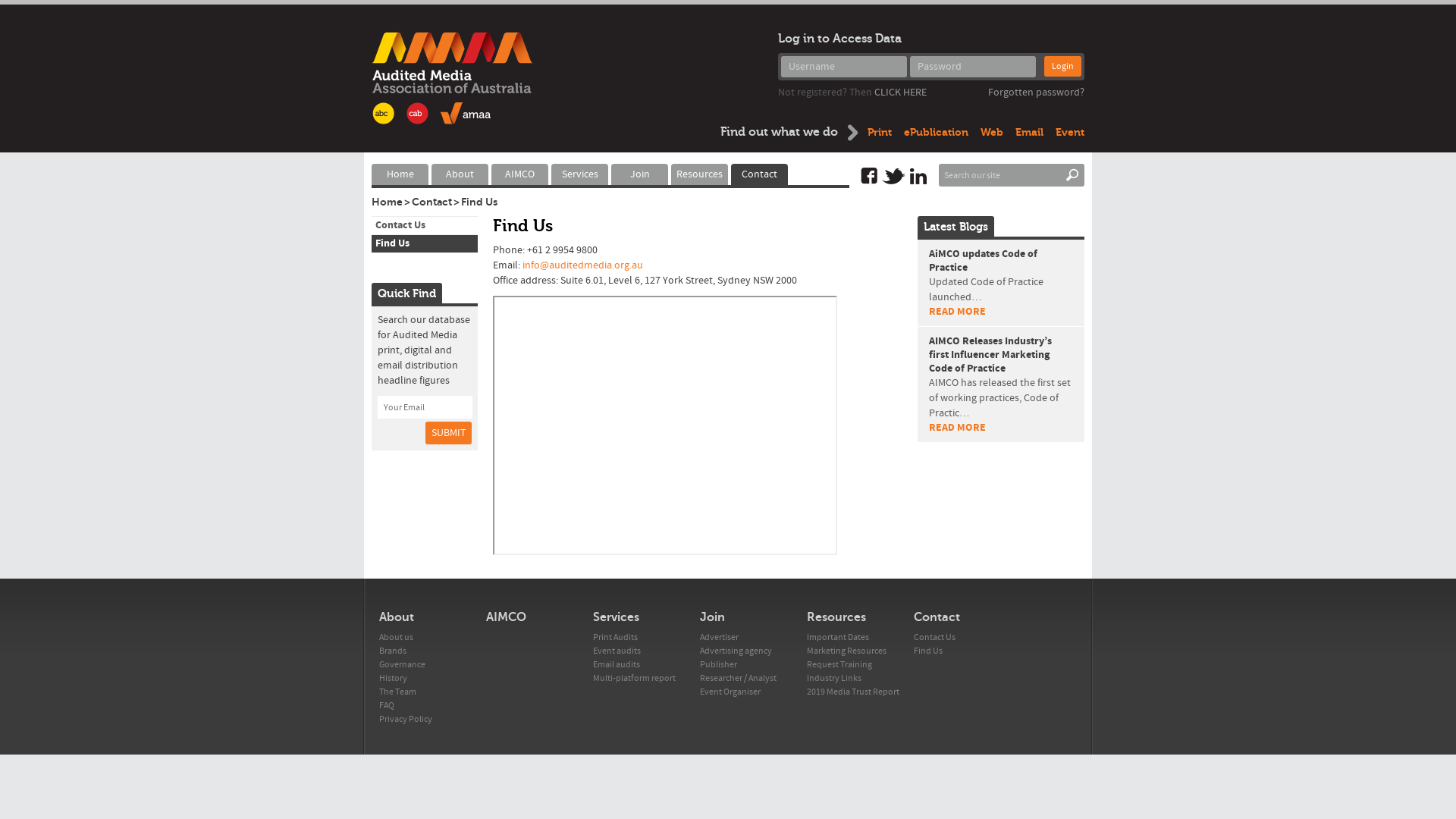 The height and width of the screenshot is (819, 1456). What do you see at coordinates (1062, 65) in the screenshot?
I see `'Login'` at bounding box center [1062, 65].